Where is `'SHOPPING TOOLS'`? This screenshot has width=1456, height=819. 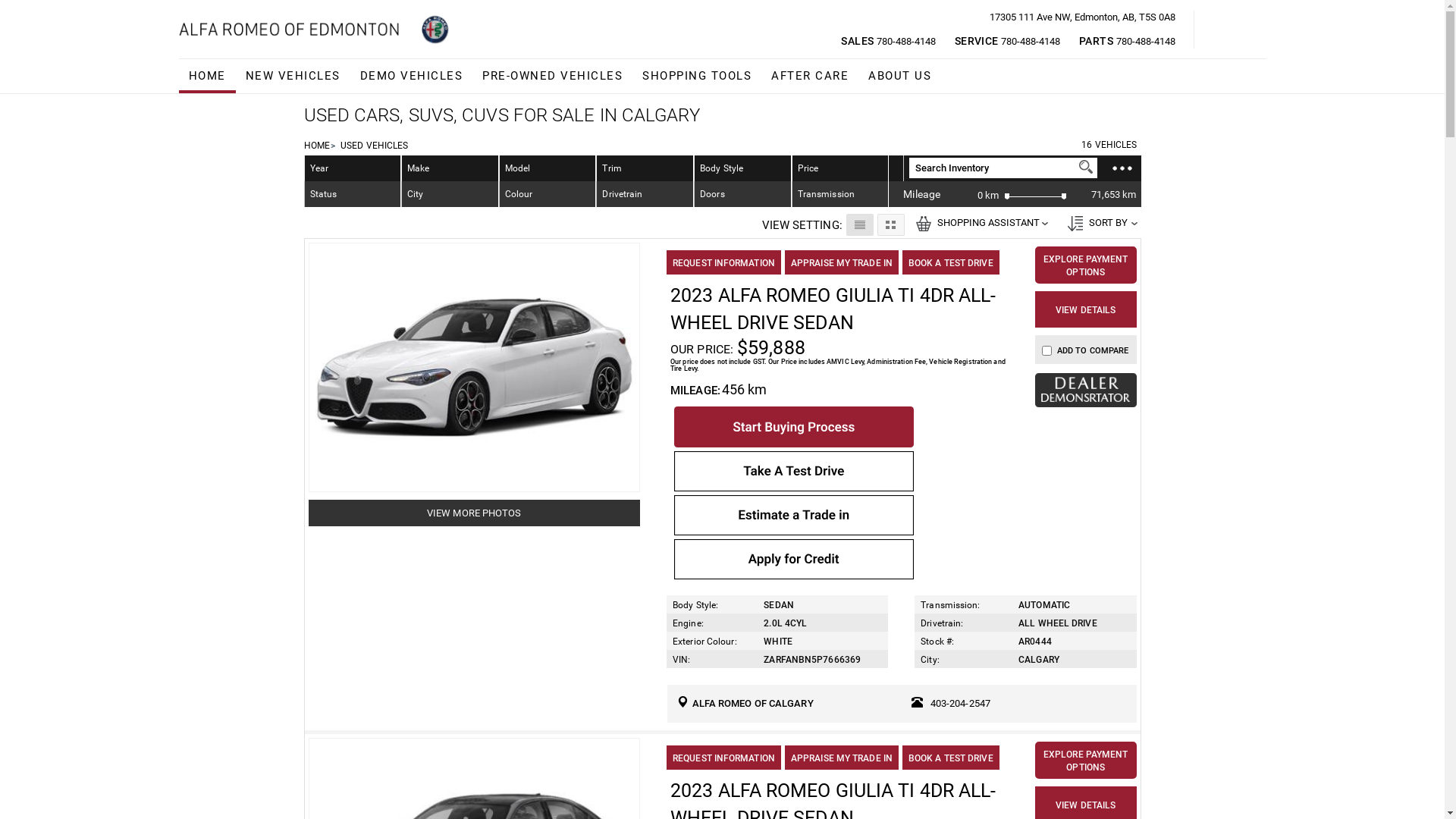
'SHOPPING TOOLS' is located at coordinates (695, 76).